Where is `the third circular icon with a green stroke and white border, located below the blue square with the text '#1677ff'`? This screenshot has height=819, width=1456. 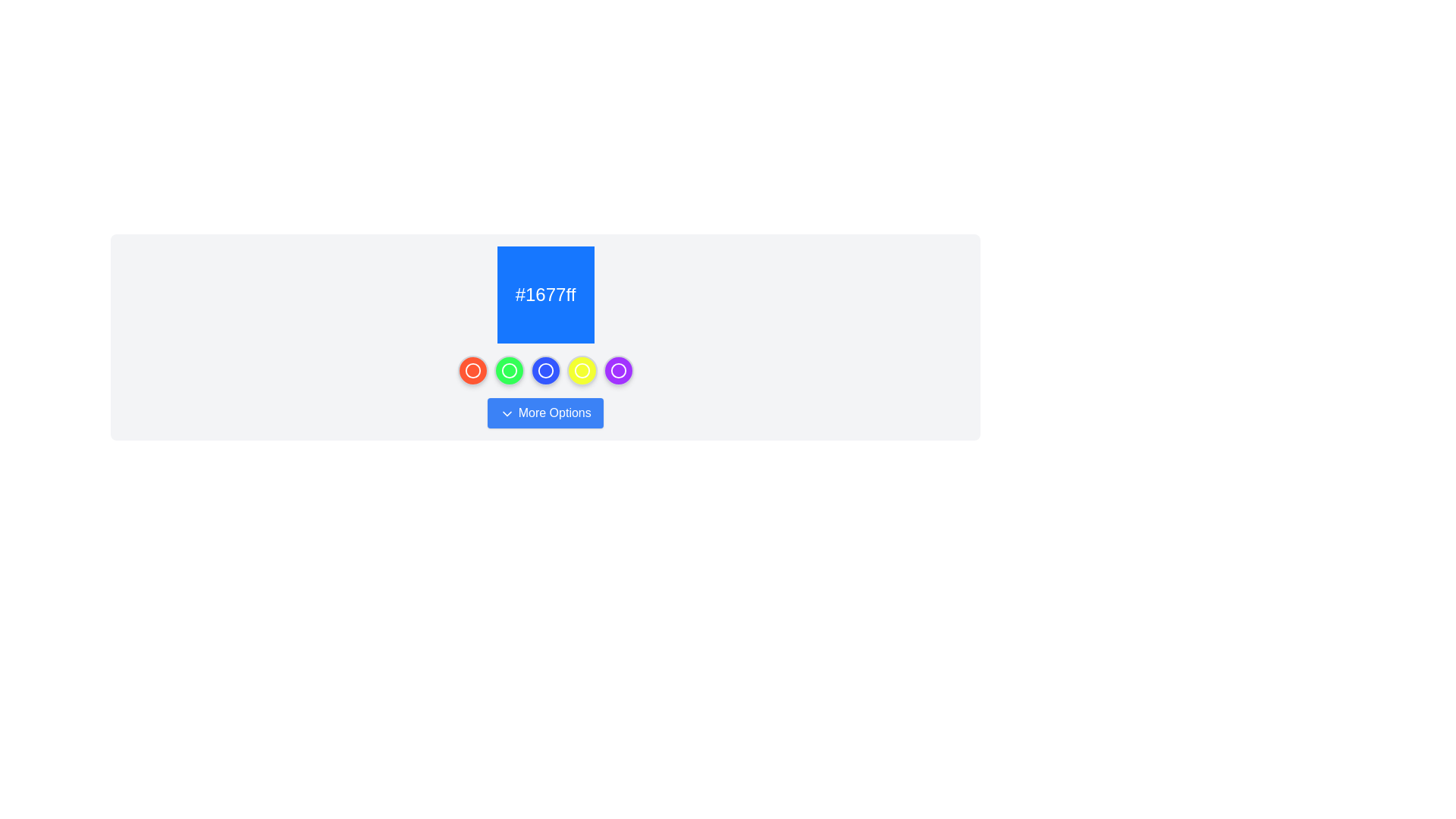
the third circular icon with a green stroke and white border, located below the blue square with the text '#1677ff' is located at coordinates (509, 371).